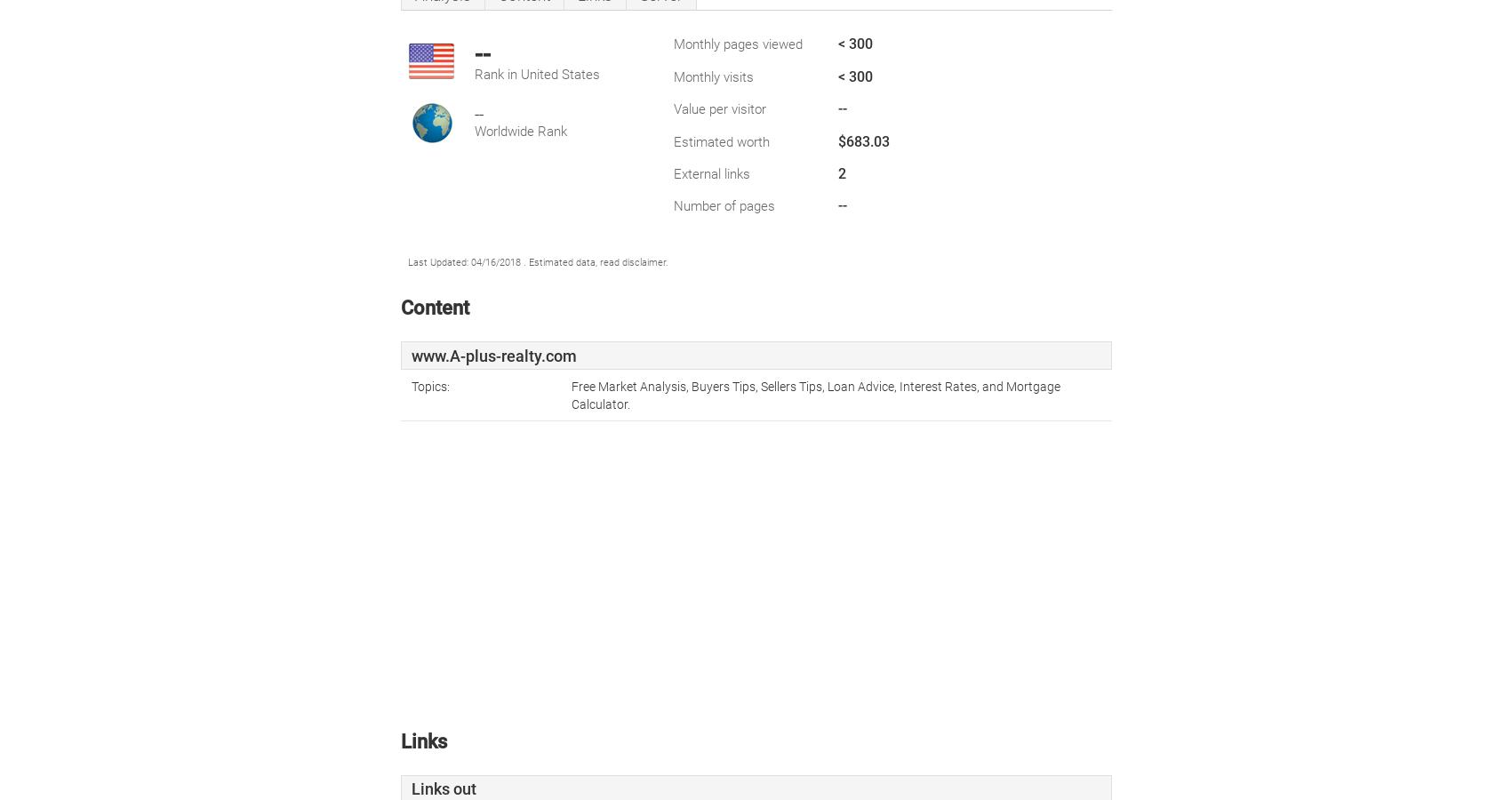  Describe the element at coordinates (737, 44) in the screenshot. I see `'Monthly pages viewed'` at that location.